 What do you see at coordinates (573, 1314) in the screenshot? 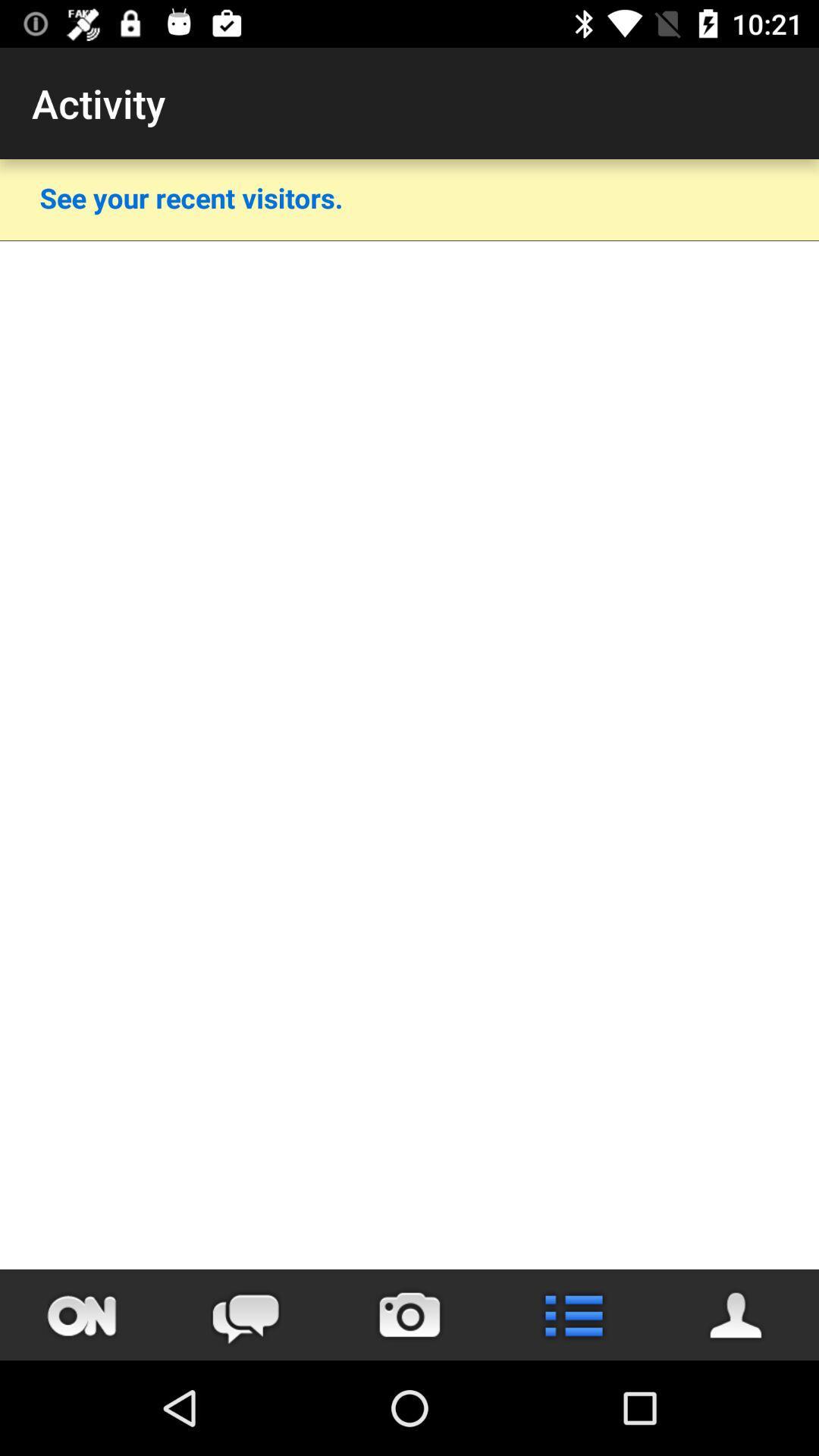
I see `open menu` at bounding box center [573, 1314].